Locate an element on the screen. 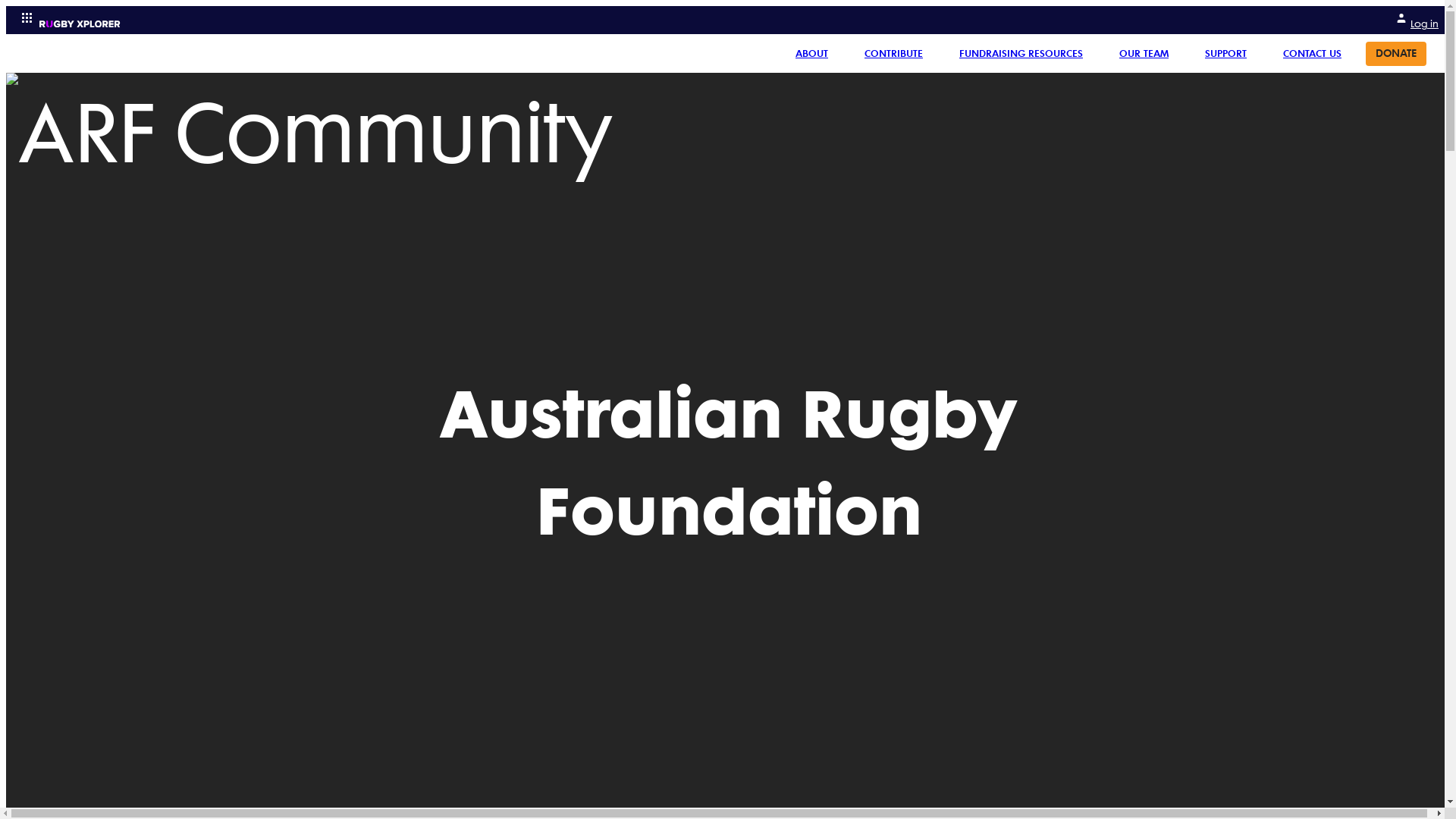 The width and height of the screenshot is (1456, 819). 'OUR TEAM' is located at coordinates (1144, 52).